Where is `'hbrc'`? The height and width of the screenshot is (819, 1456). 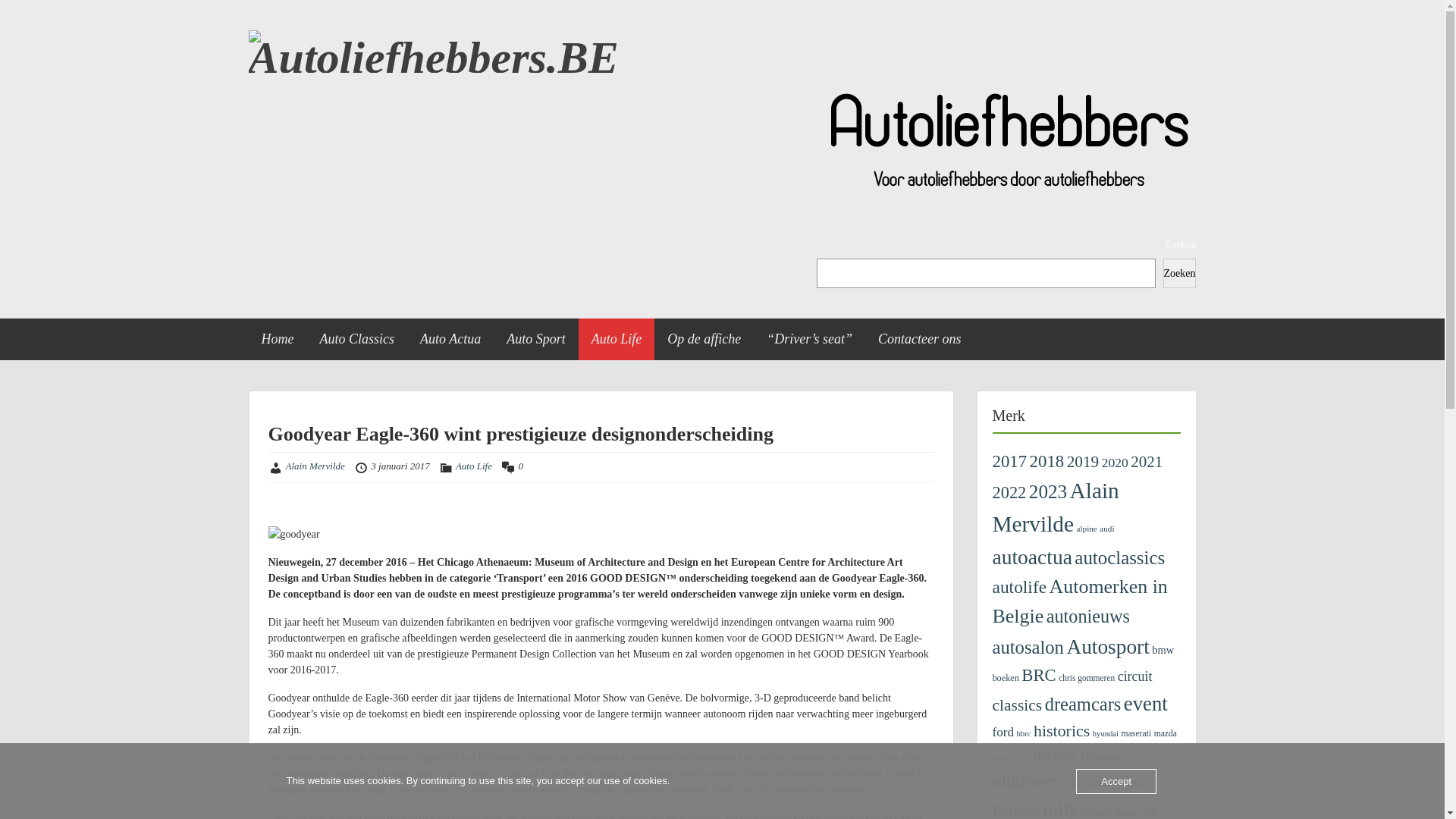
'hbrc' is located at coordinates (1015, 733).